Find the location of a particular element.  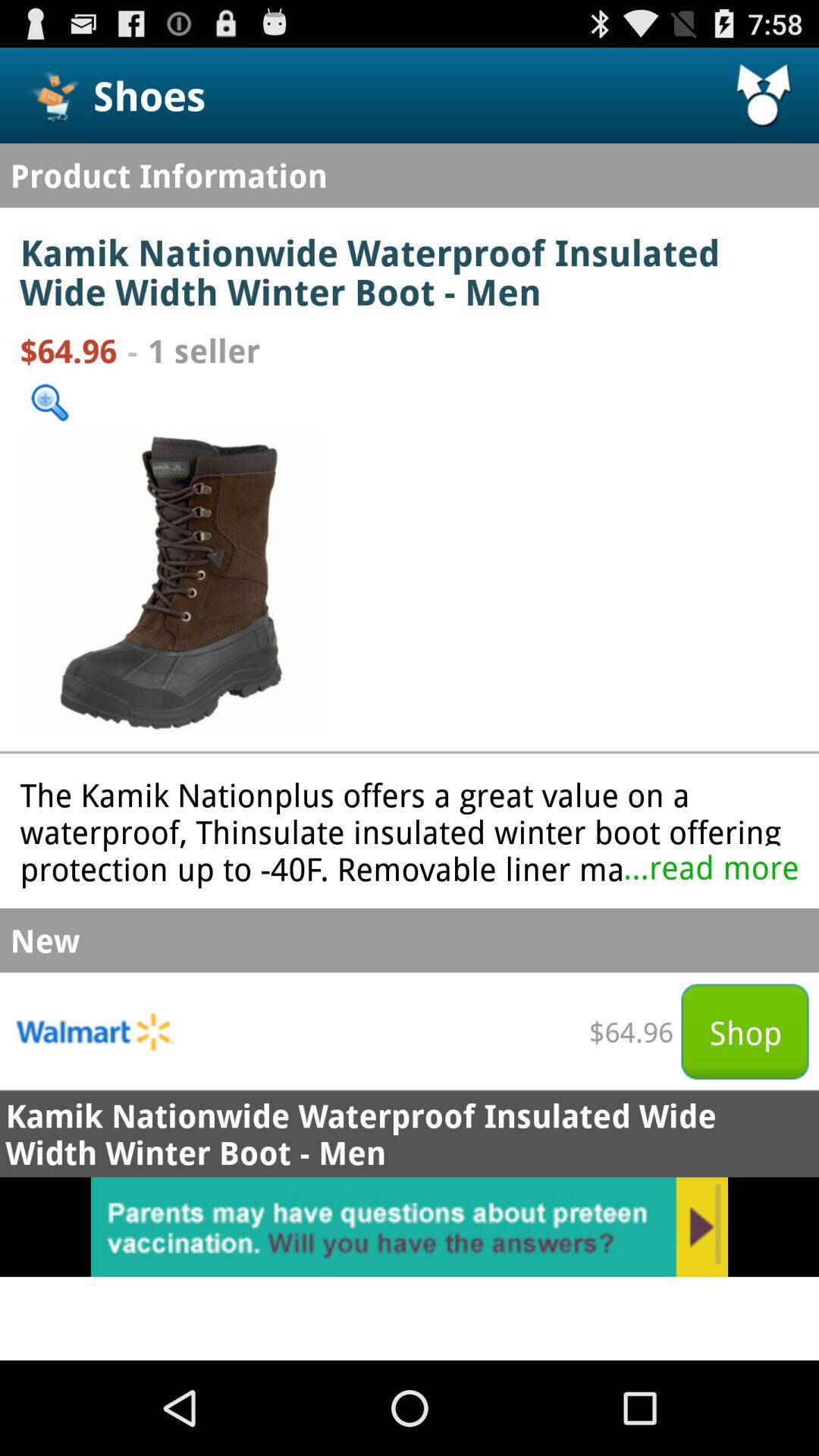

the search icon is located at coordinates (49, 430).